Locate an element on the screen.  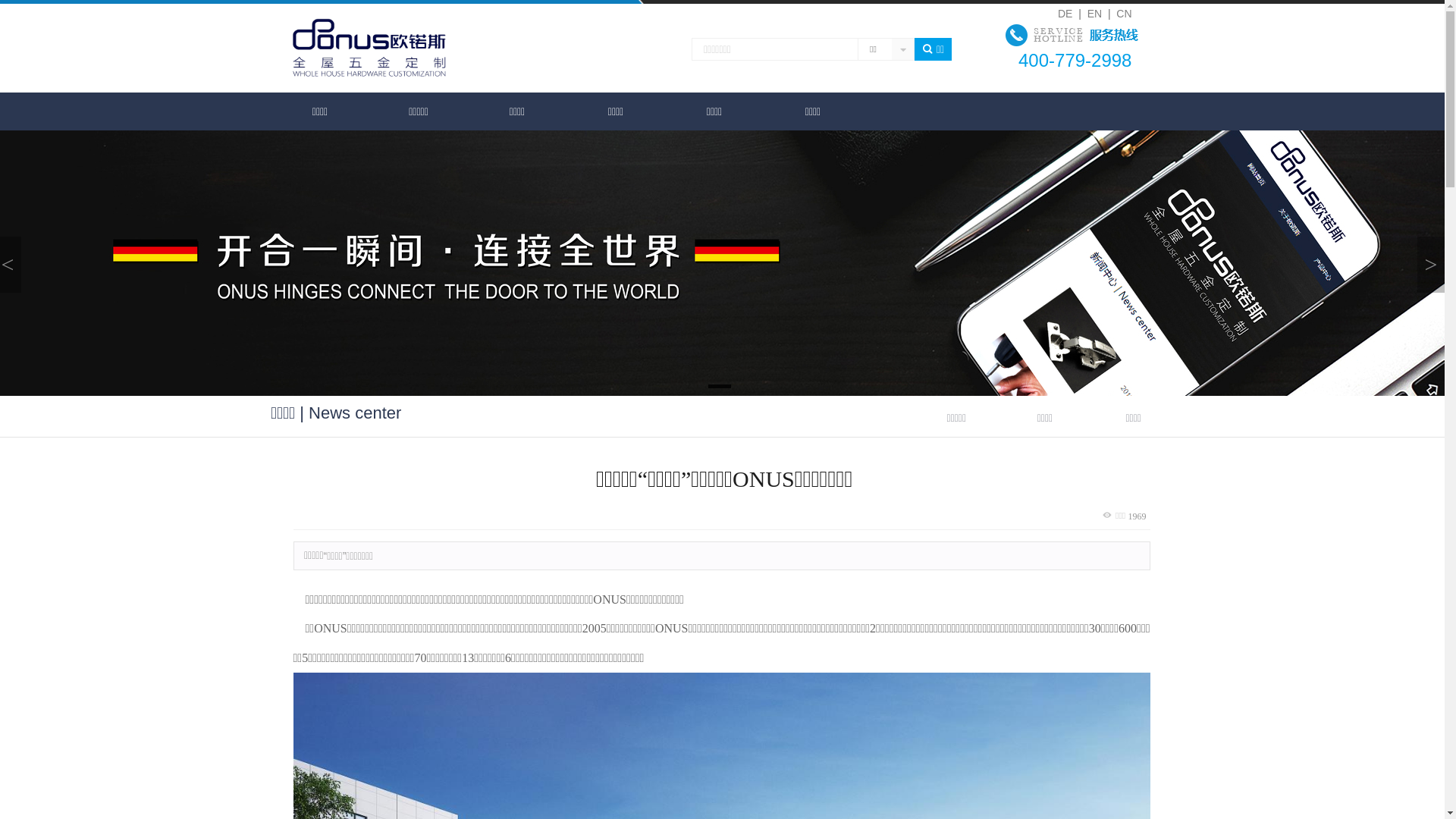
'DE ' is located at coordinates (1065, 14).